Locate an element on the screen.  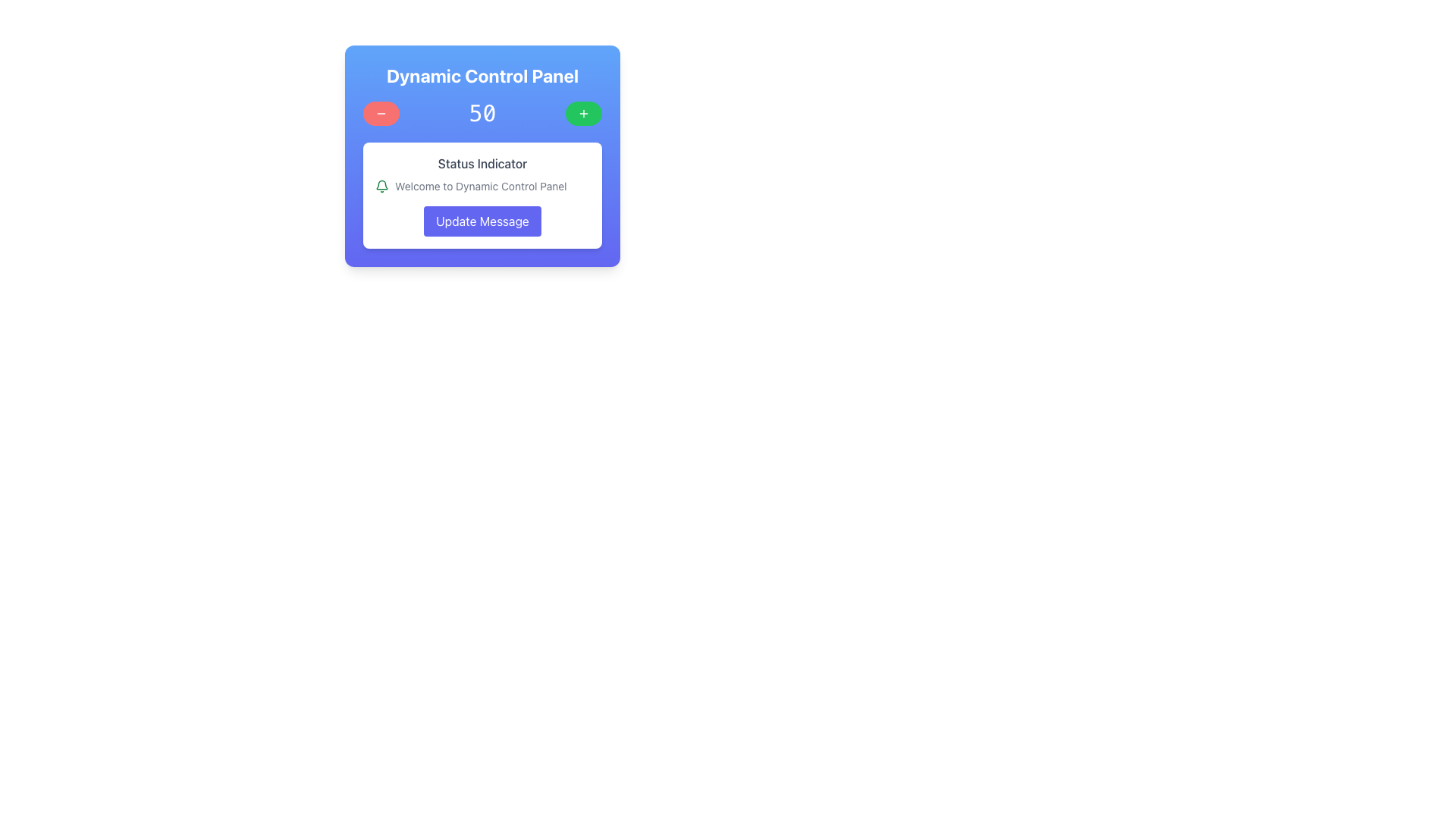
the circular button with a red background and minus sign icon located on the left side of the 'Dynamic Control Panel' to observe any interactive styling changes is located at coordinates (381, 113).